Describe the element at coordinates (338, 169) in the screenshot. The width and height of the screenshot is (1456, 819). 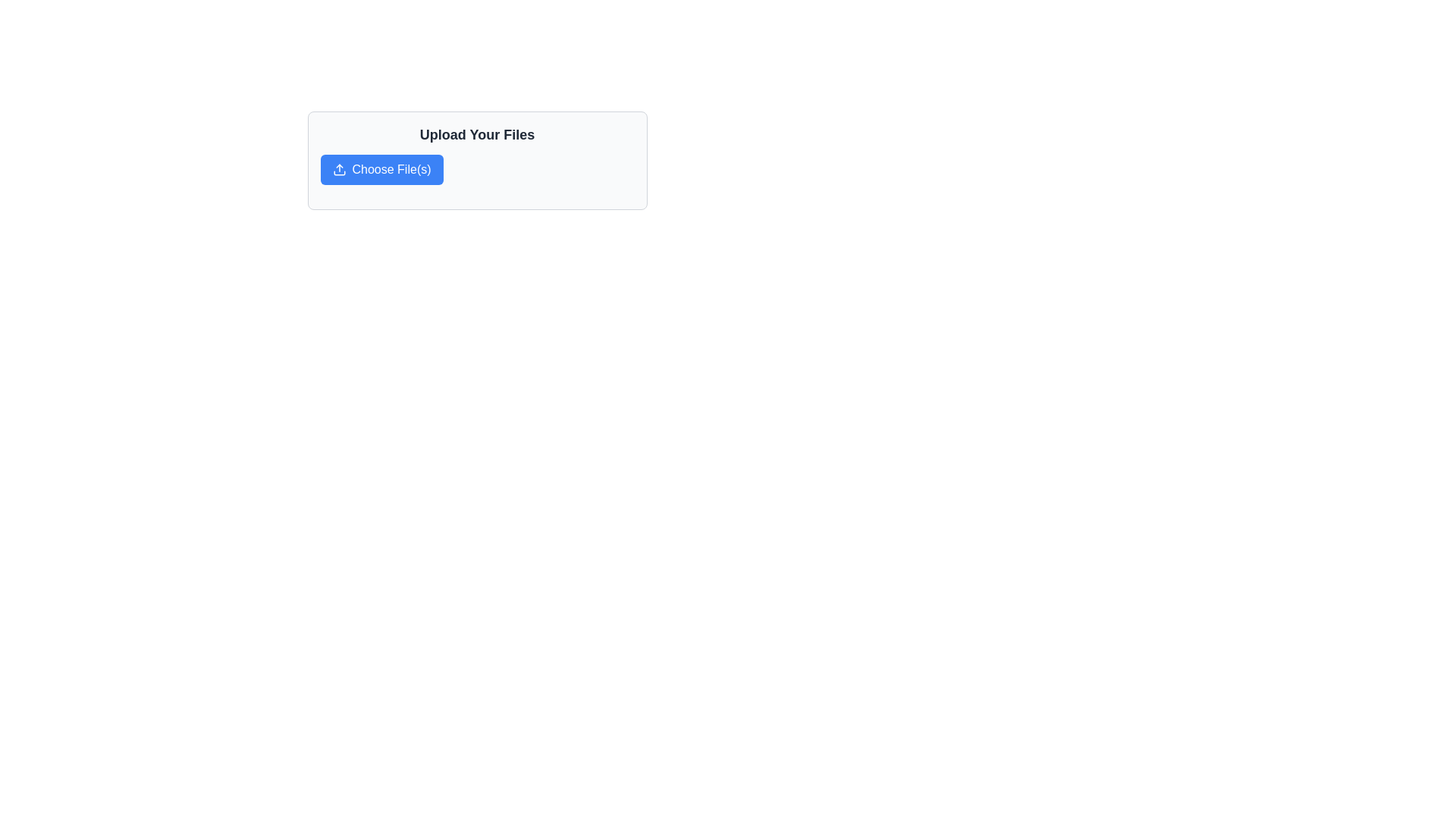
I see `the SVG upload icon within the rounded blue button labeled 'Choose File(s)'` at that location.